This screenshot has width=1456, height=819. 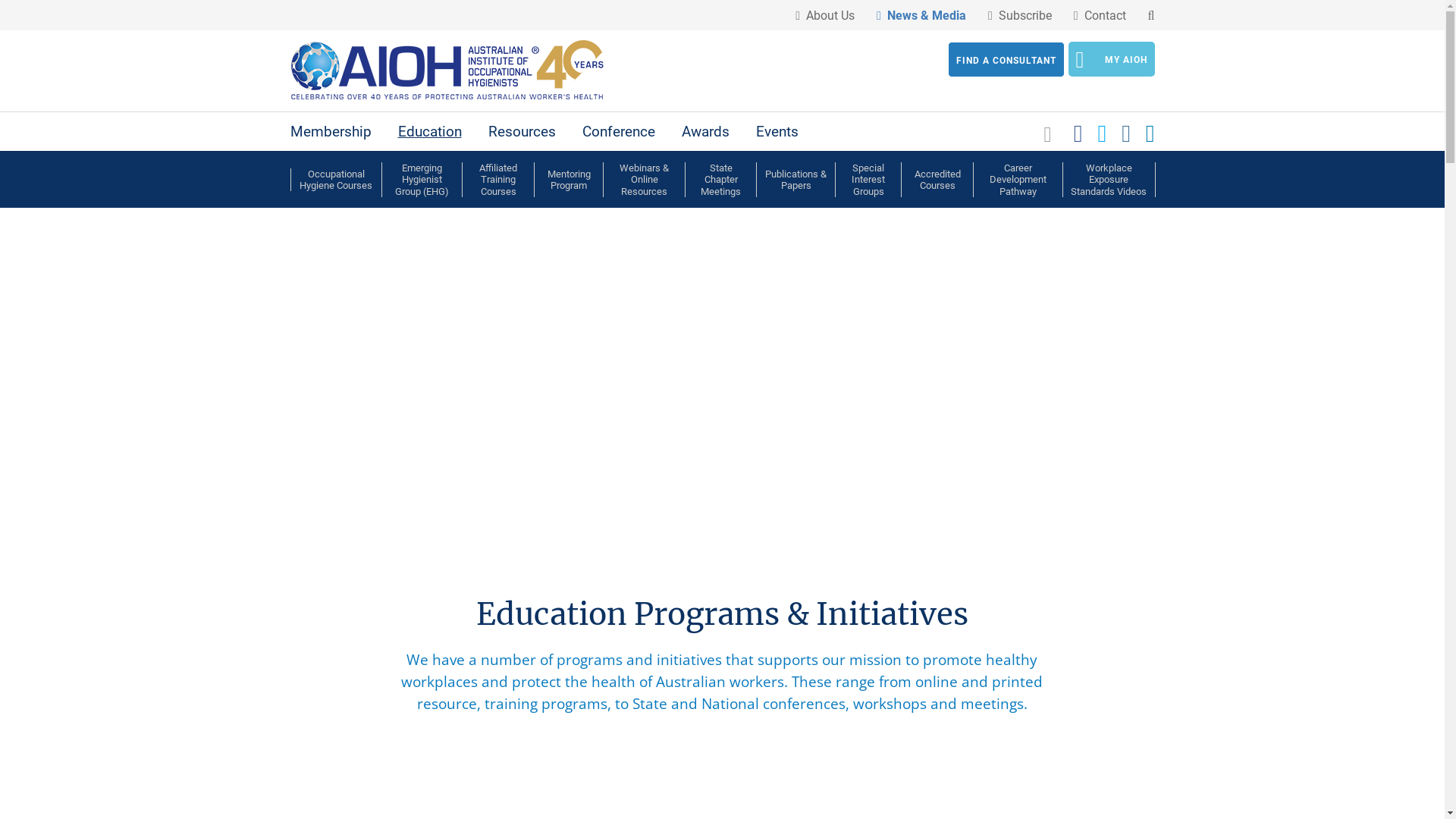 I want to click on 'Career Development Pathway', so click(x=1018, y=178).